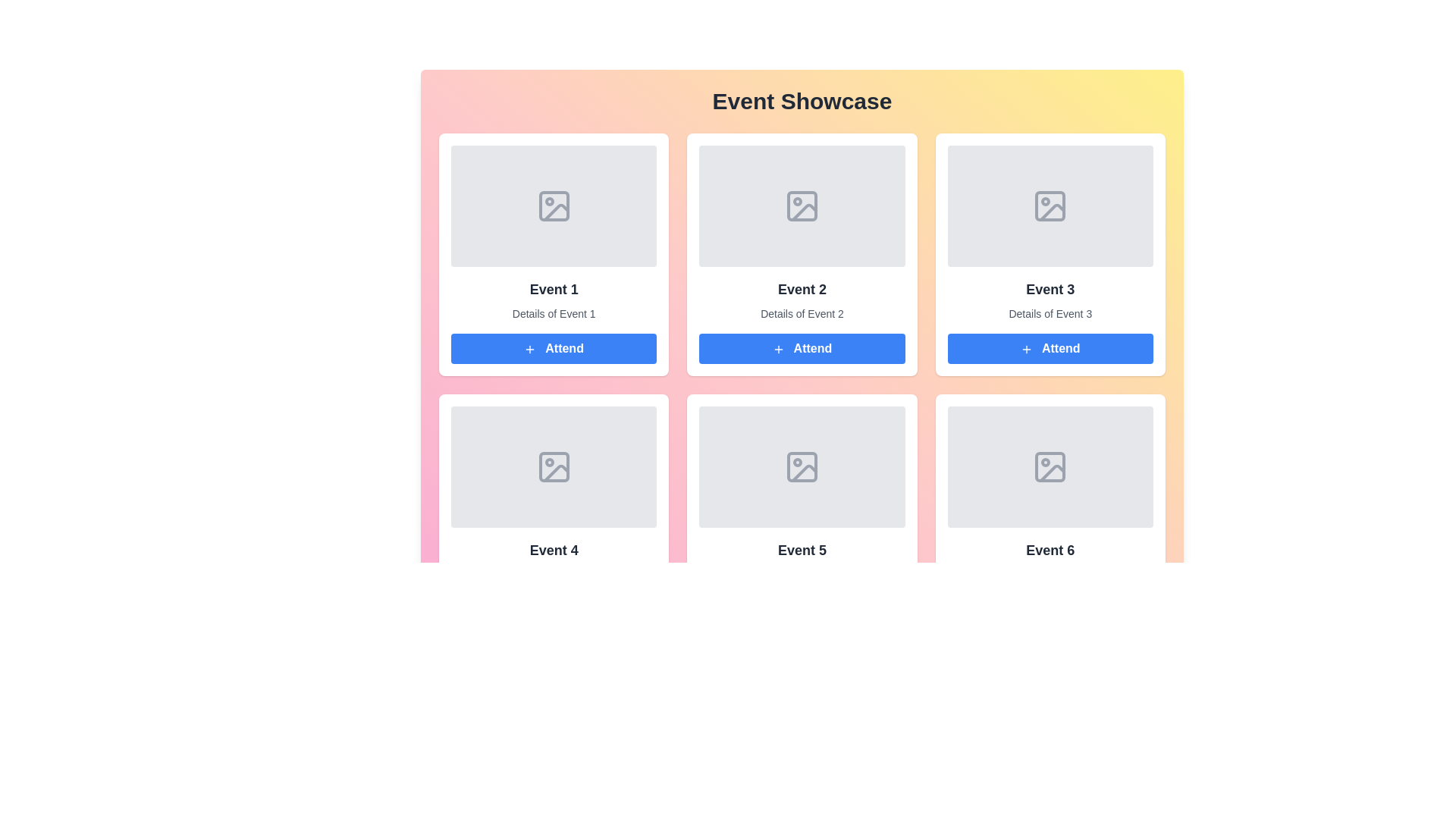 This screenshot has width=1456, height=819. What do you see at coordinates (1050, 289) in the screenshot?
I see `the text label displaying the title of 'Event 3', which is the third label in the first row of the grid layout, located above 'Details of Event 3'` at bounding box center [1050, 289].